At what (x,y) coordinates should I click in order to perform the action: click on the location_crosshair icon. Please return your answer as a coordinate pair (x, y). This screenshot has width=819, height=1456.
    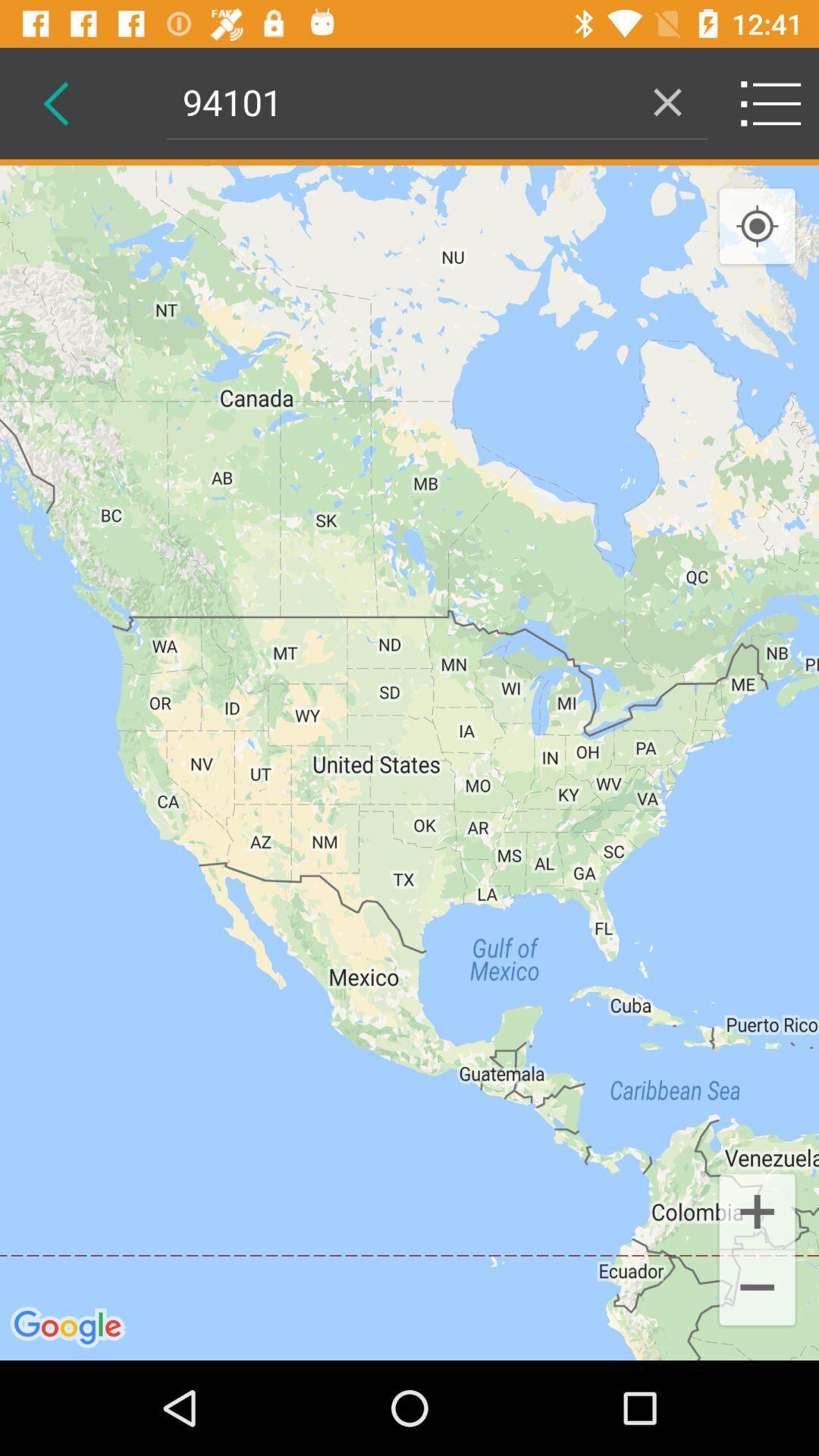
    Looking at the image, I should click on (757, 226).